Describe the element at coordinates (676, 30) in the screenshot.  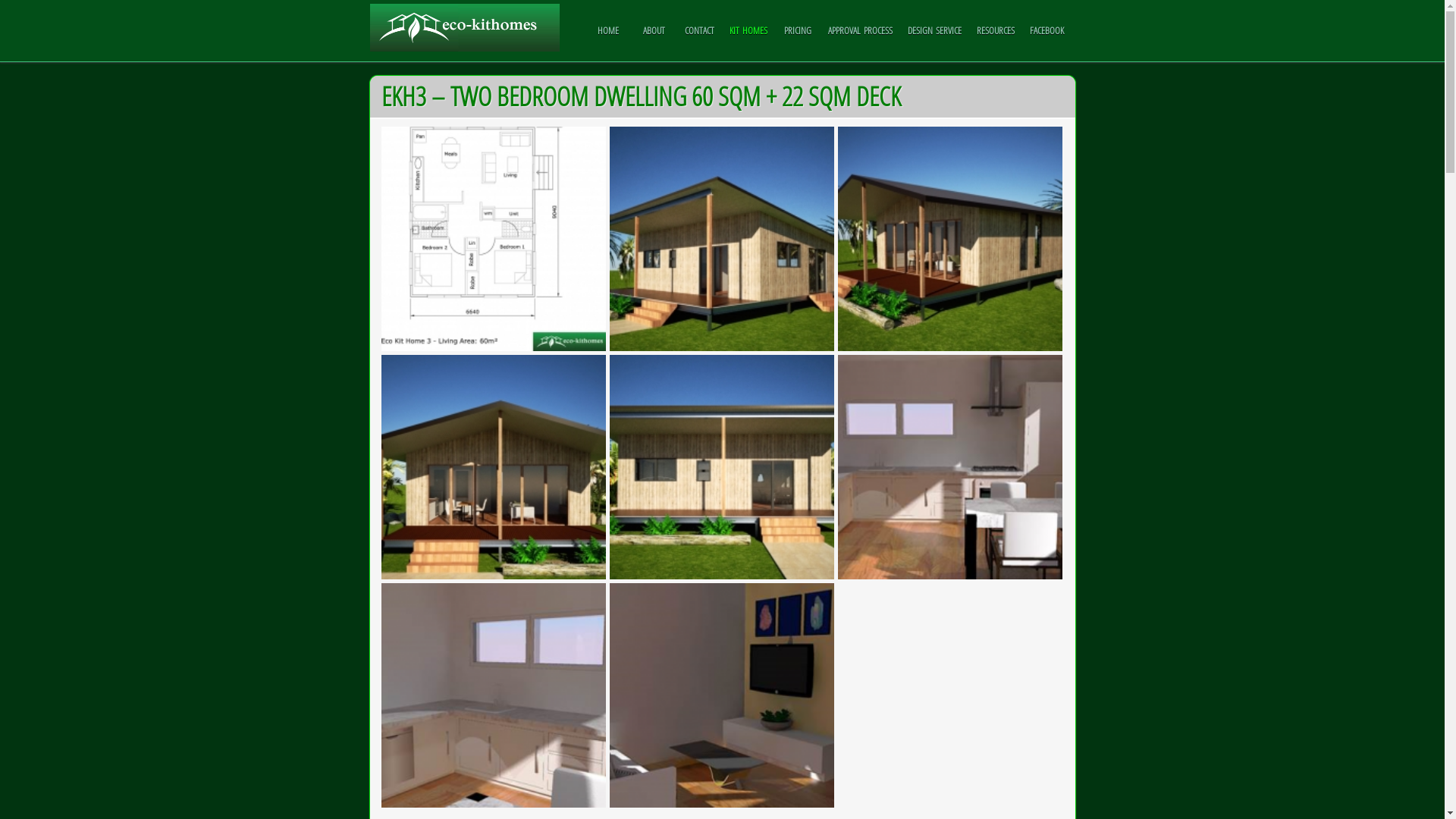
I see `'CONTACT'` at that location.